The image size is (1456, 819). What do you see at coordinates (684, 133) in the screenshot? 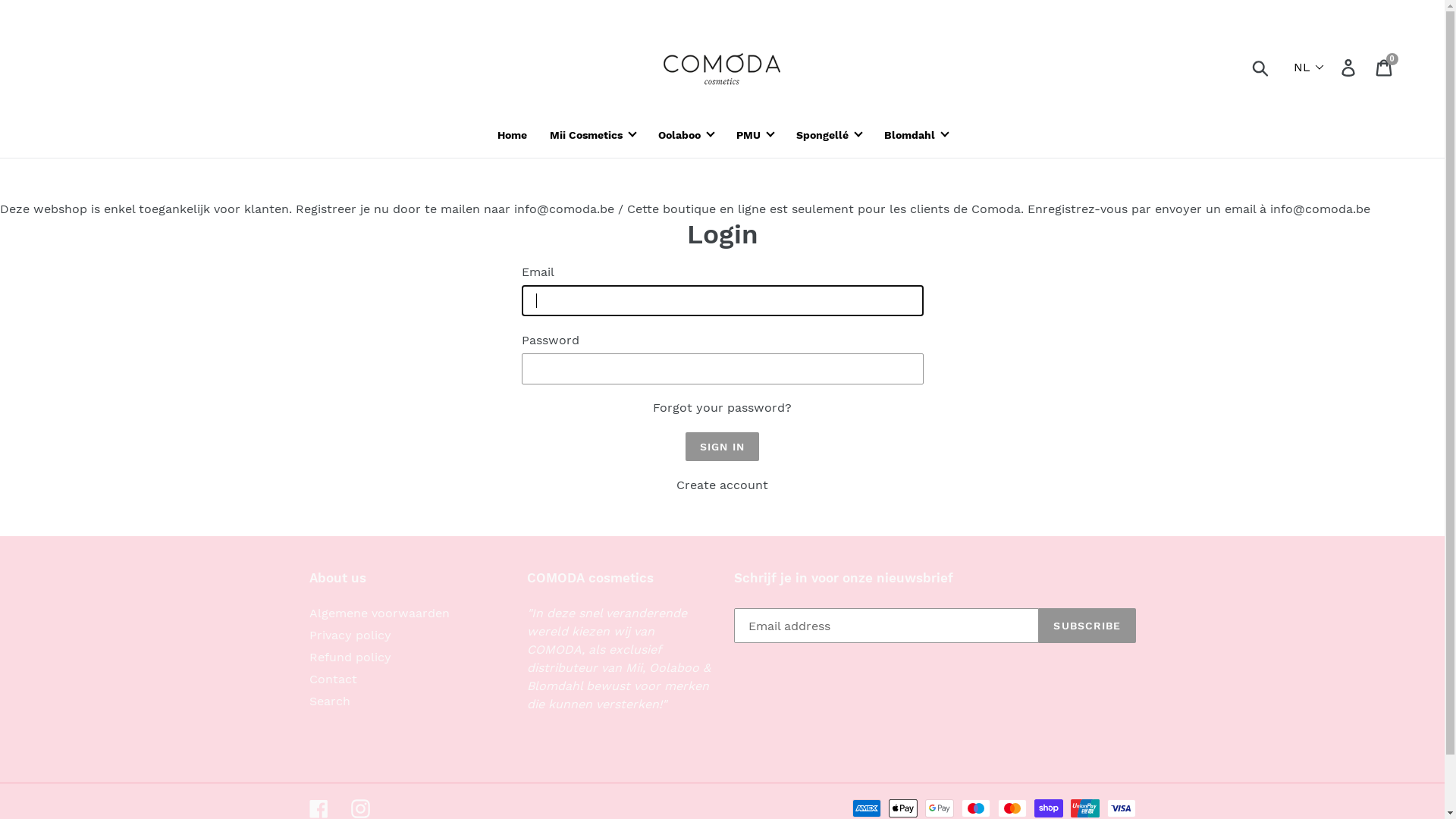
I see `'Oolaboo'` at bounding box center [684, 133].